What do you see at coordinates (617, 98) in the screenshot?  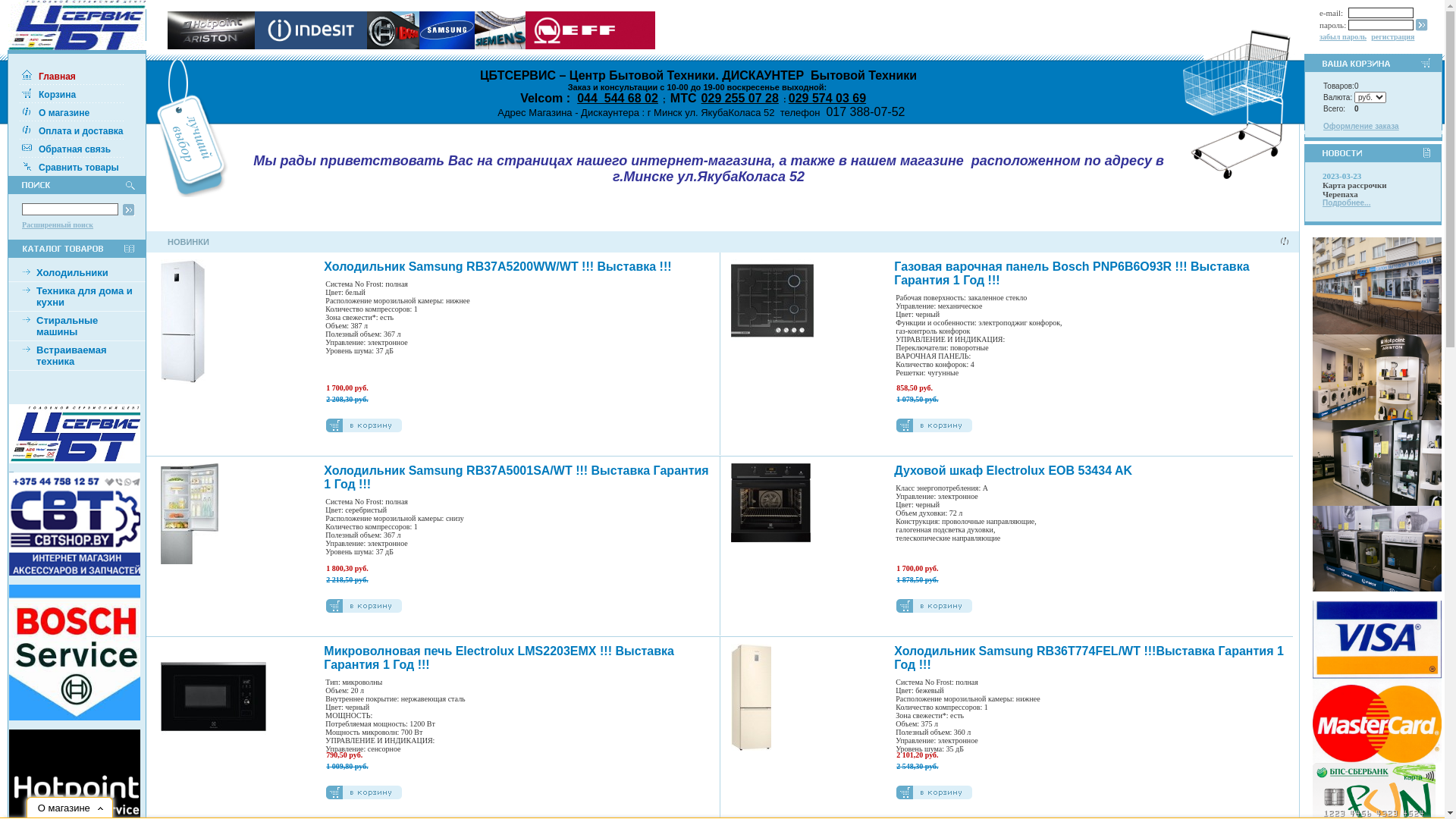 I see `'044  544 68 02'` at bounding box center [617, 98].